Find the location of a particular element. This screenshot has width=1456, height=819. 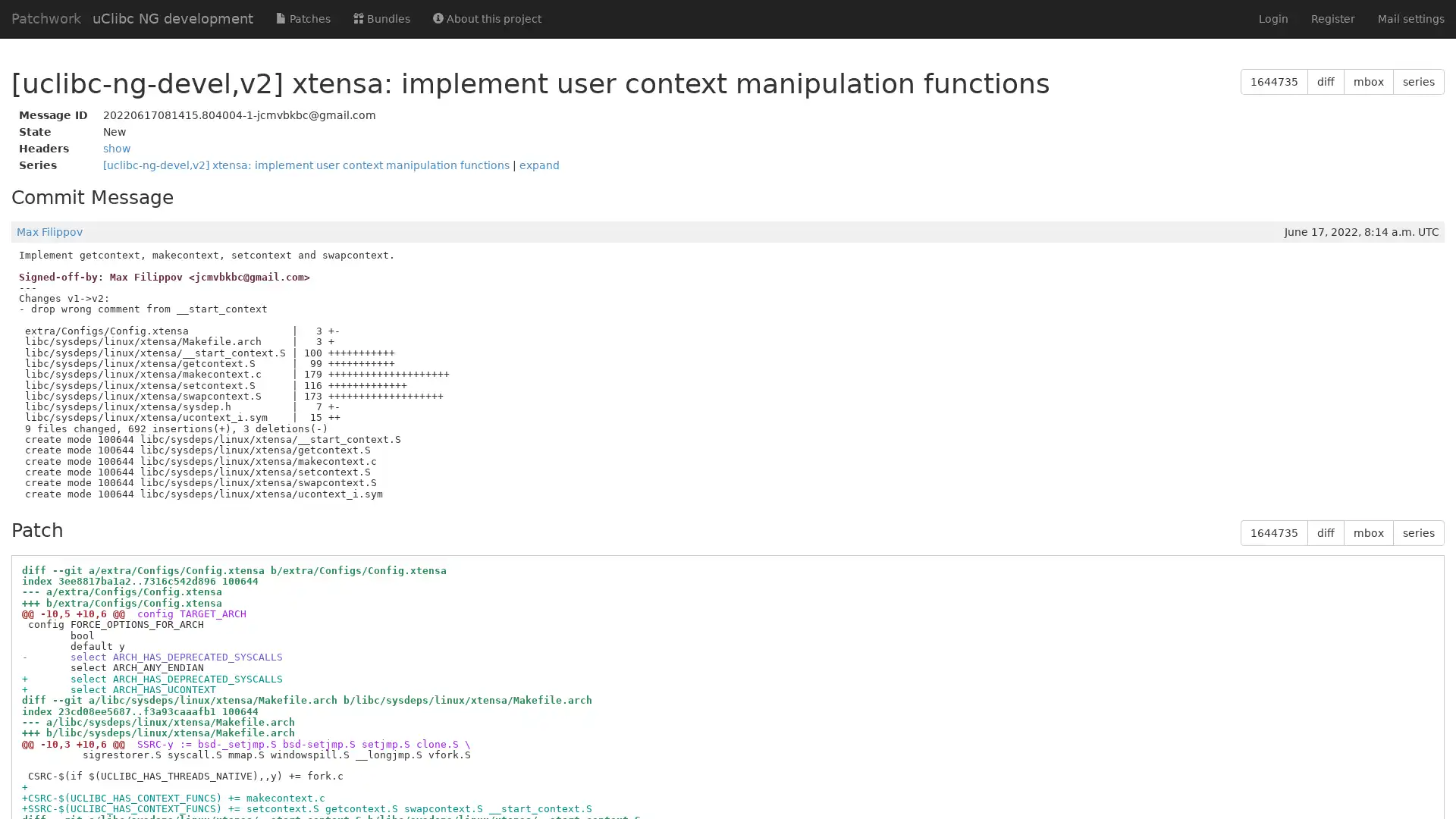

mbox is located at coordinates (1368, 532).